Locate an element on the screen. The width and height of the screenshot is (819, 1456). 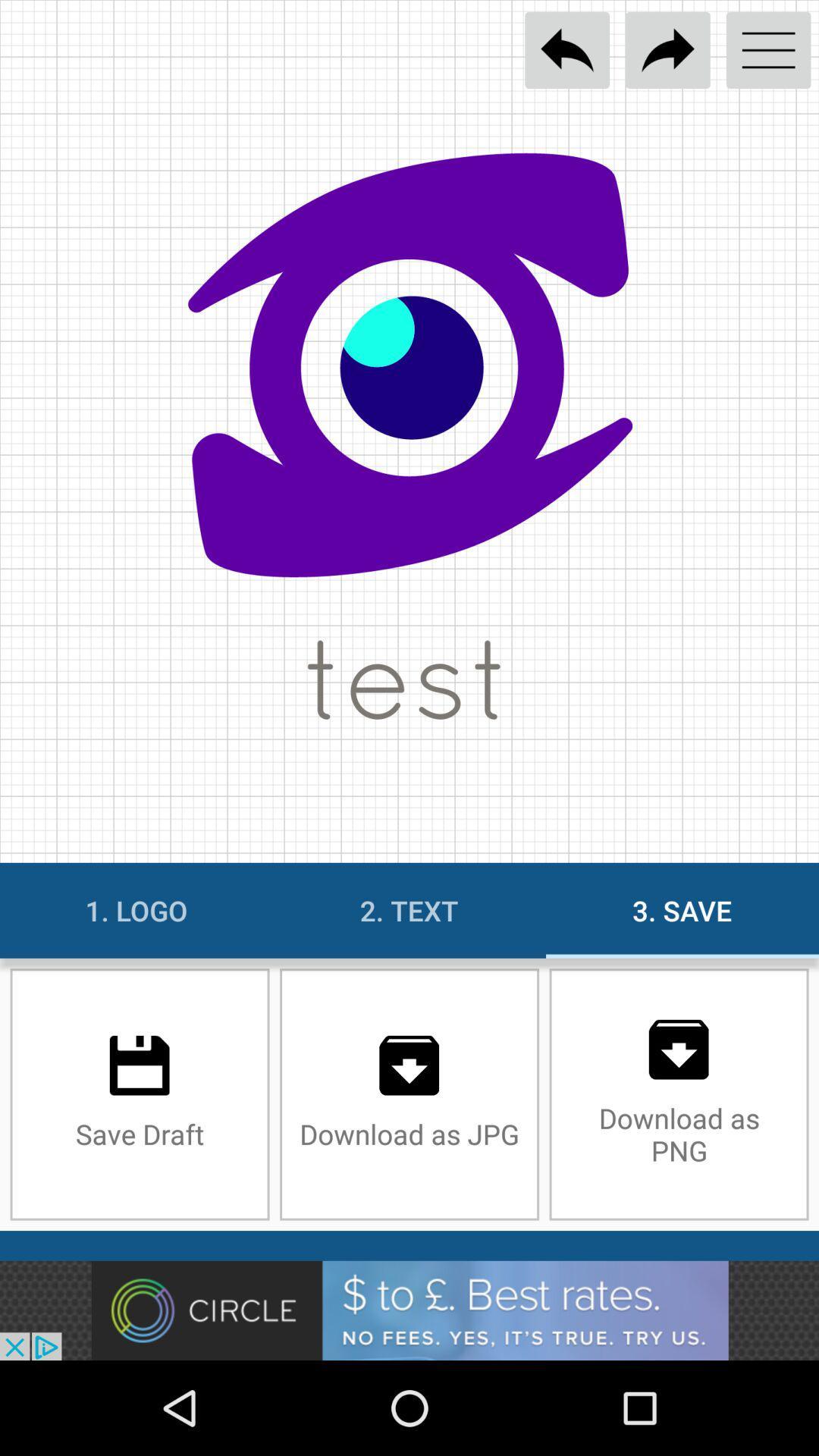
menu is located at coordinates (768, 50).